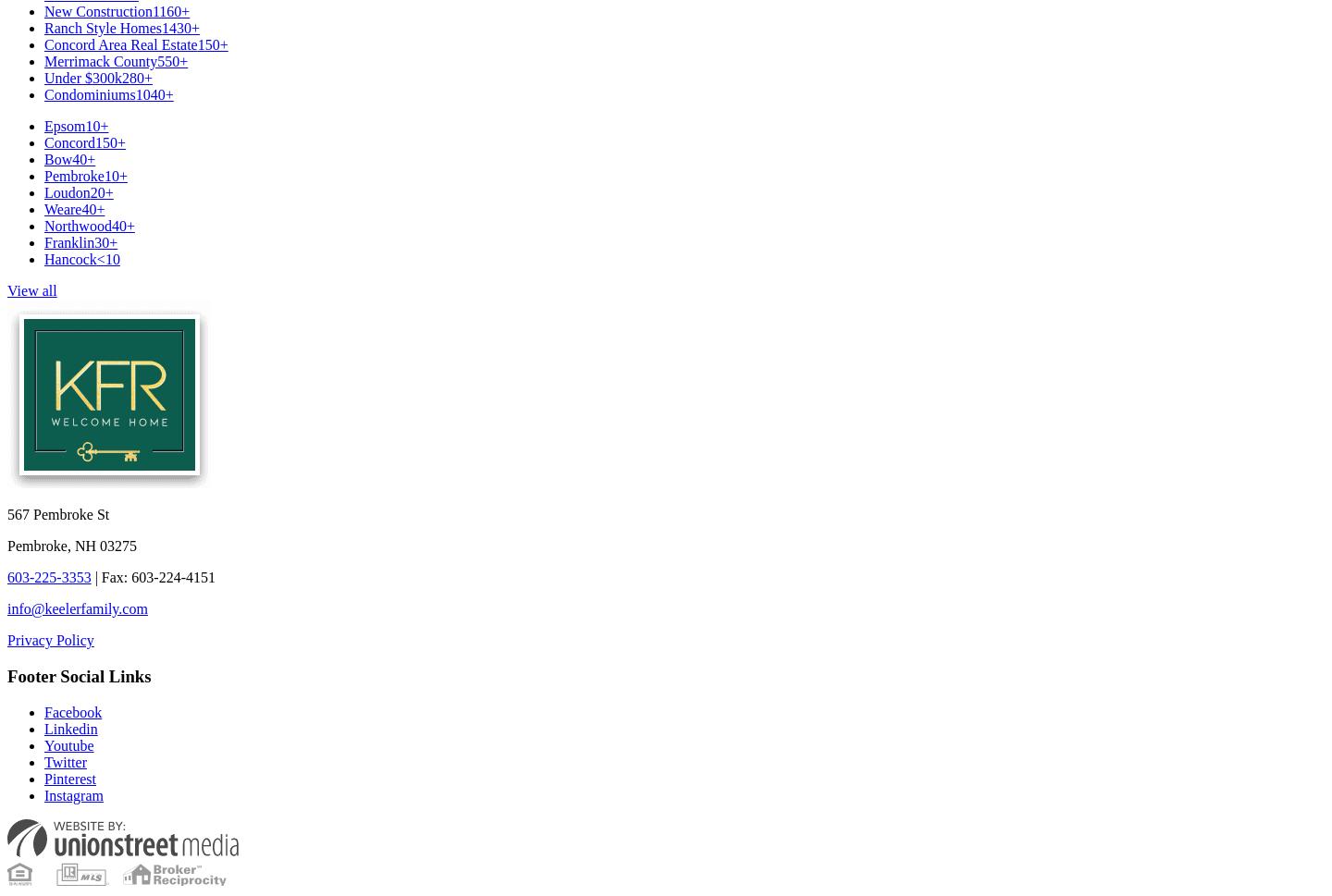  I want to click on 'Privacy Policy', so click(49, 639).